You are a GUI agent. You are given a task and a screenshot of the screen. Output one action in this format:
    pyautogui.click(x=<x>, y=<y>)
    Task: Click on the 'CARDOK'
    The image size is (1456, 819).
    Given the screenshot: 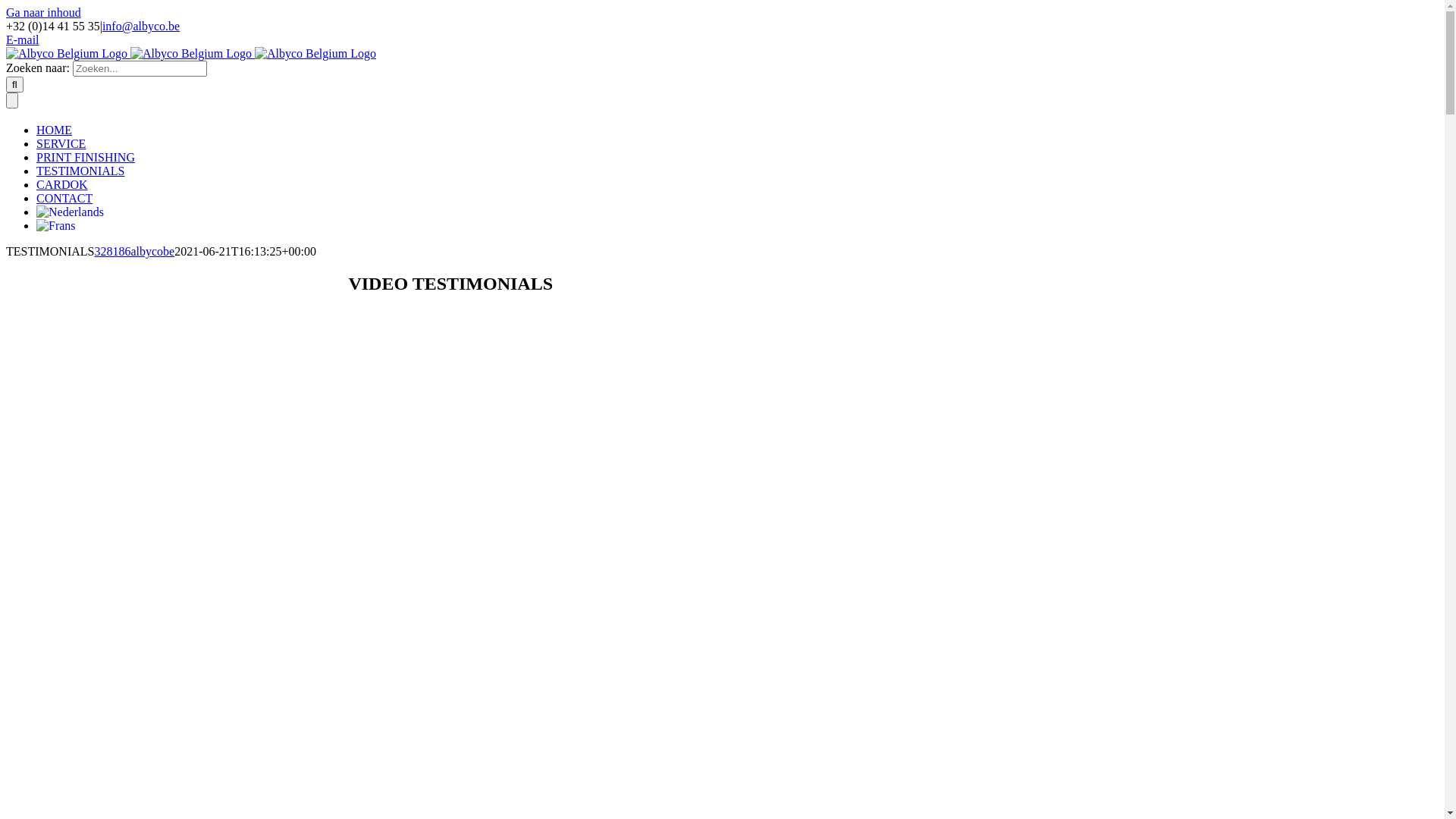 What is the action you would take?
    pyautogui.click(x=61, y=184)
    